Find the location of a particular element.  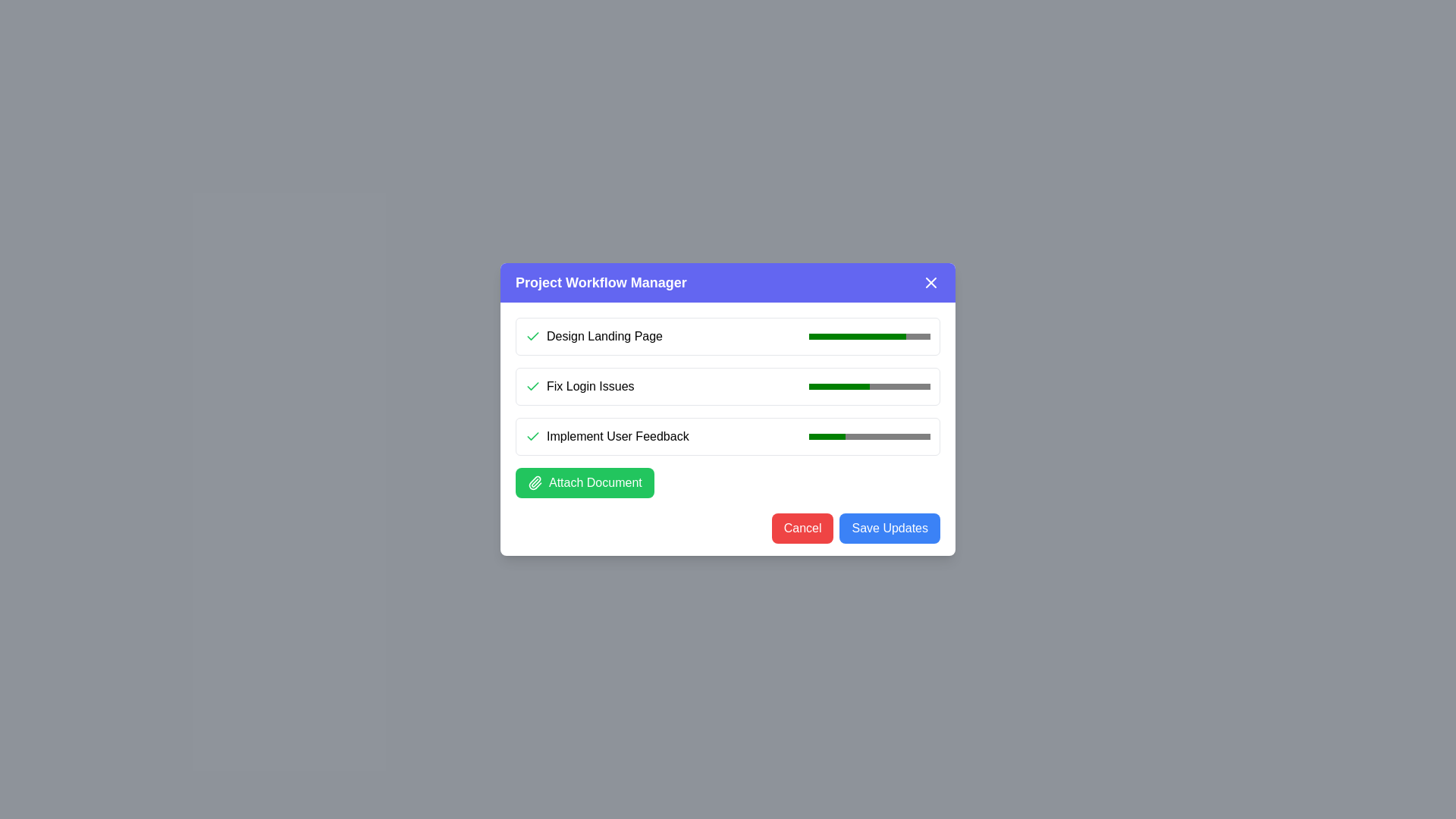

the 'Cancel' button located in the lower-right section of the interface is located at coordinates (802, 528).